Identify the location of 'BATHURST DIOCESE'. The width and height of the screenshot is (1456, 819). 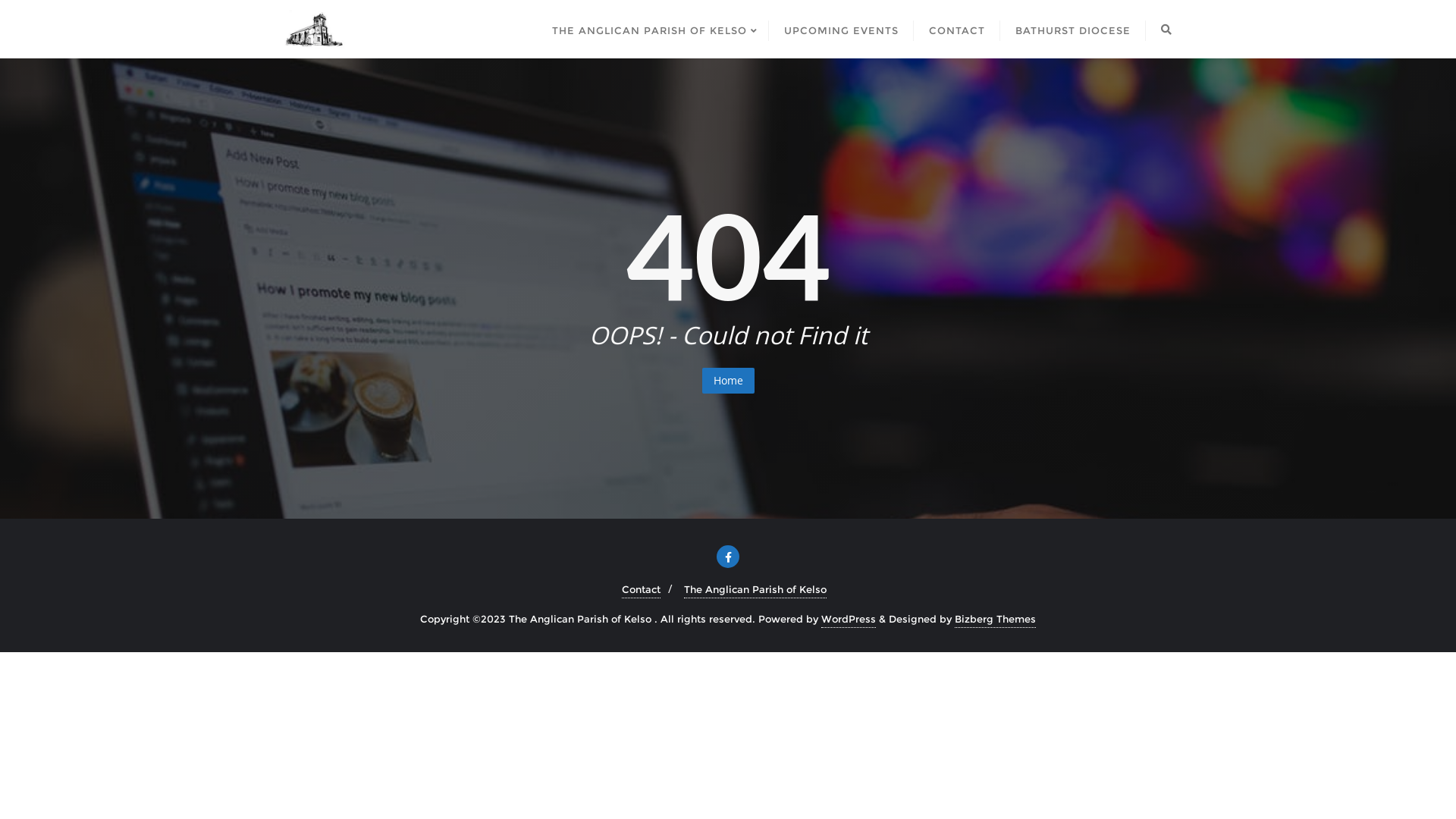
(1072, 29).